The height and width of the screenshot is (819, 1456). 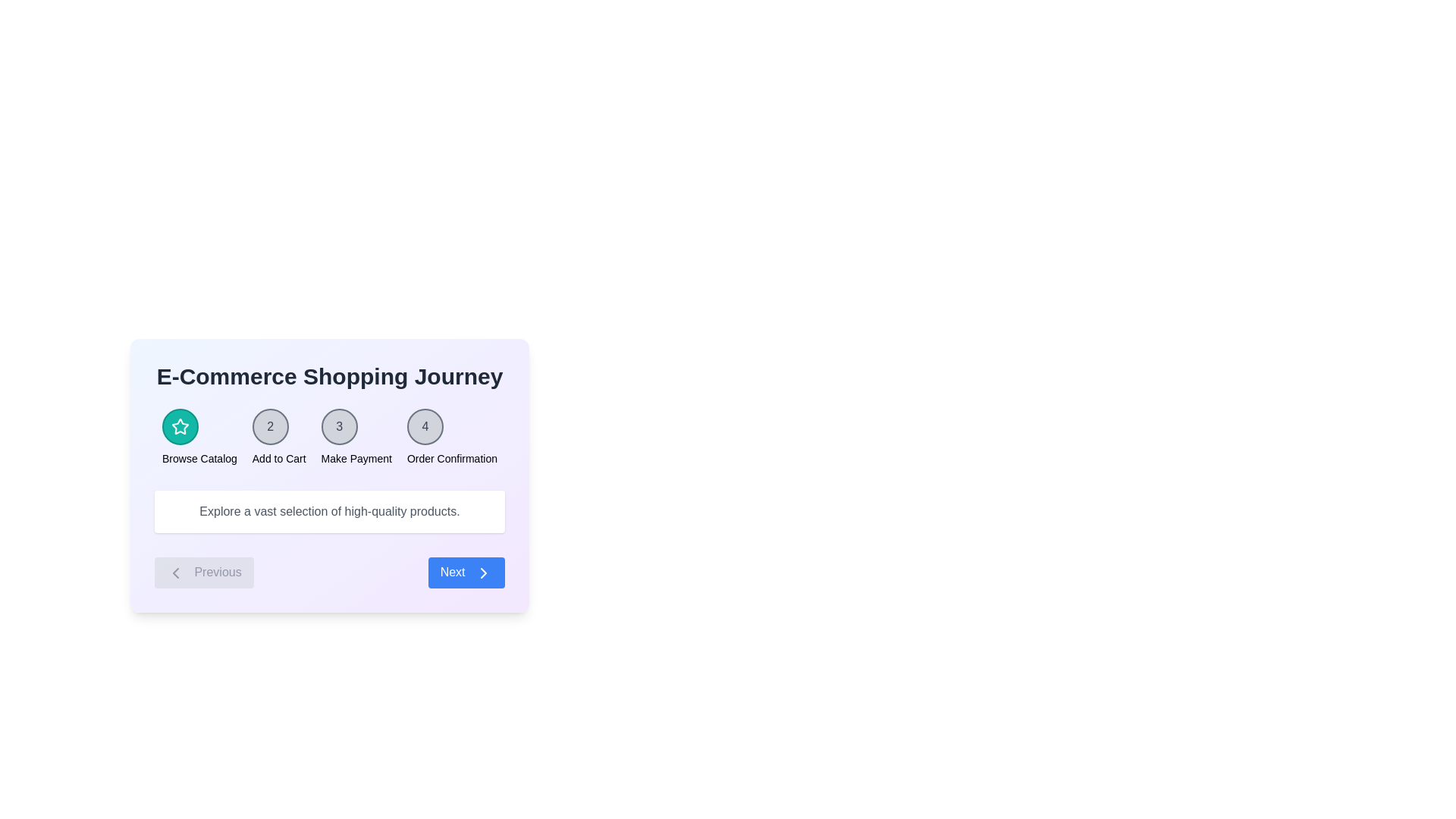 What do you see at coordinates (279, 458) in the screenshot?
I see `the 'Add to Cart' text label, which is centrally aligned beneath the circled number '2' in the E-Commerce Shopping Journey interface` at bounding box center [279, 458].